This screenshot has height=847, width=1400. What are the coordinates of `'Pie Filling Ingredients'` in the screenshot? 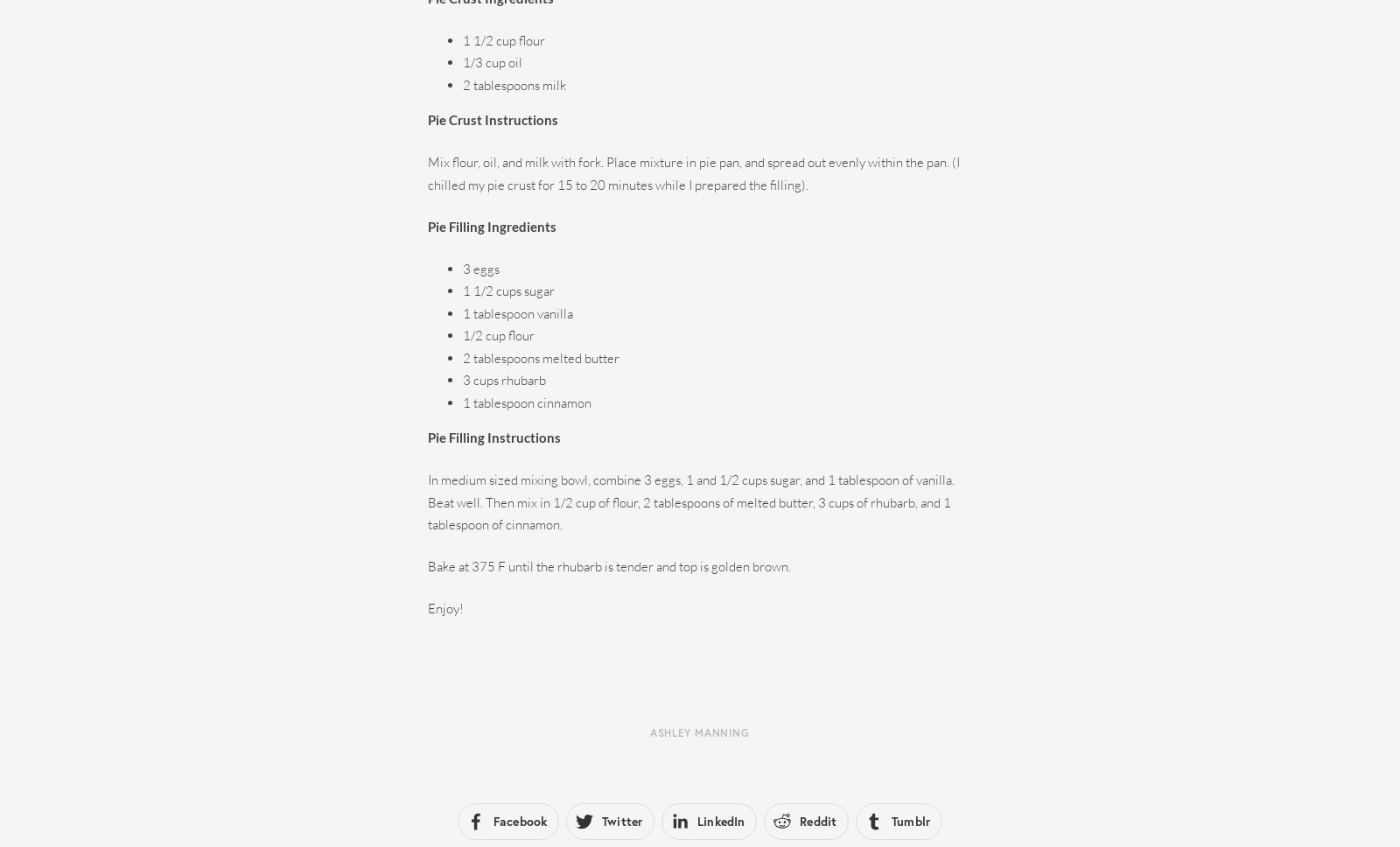 It's located at (426, 225).